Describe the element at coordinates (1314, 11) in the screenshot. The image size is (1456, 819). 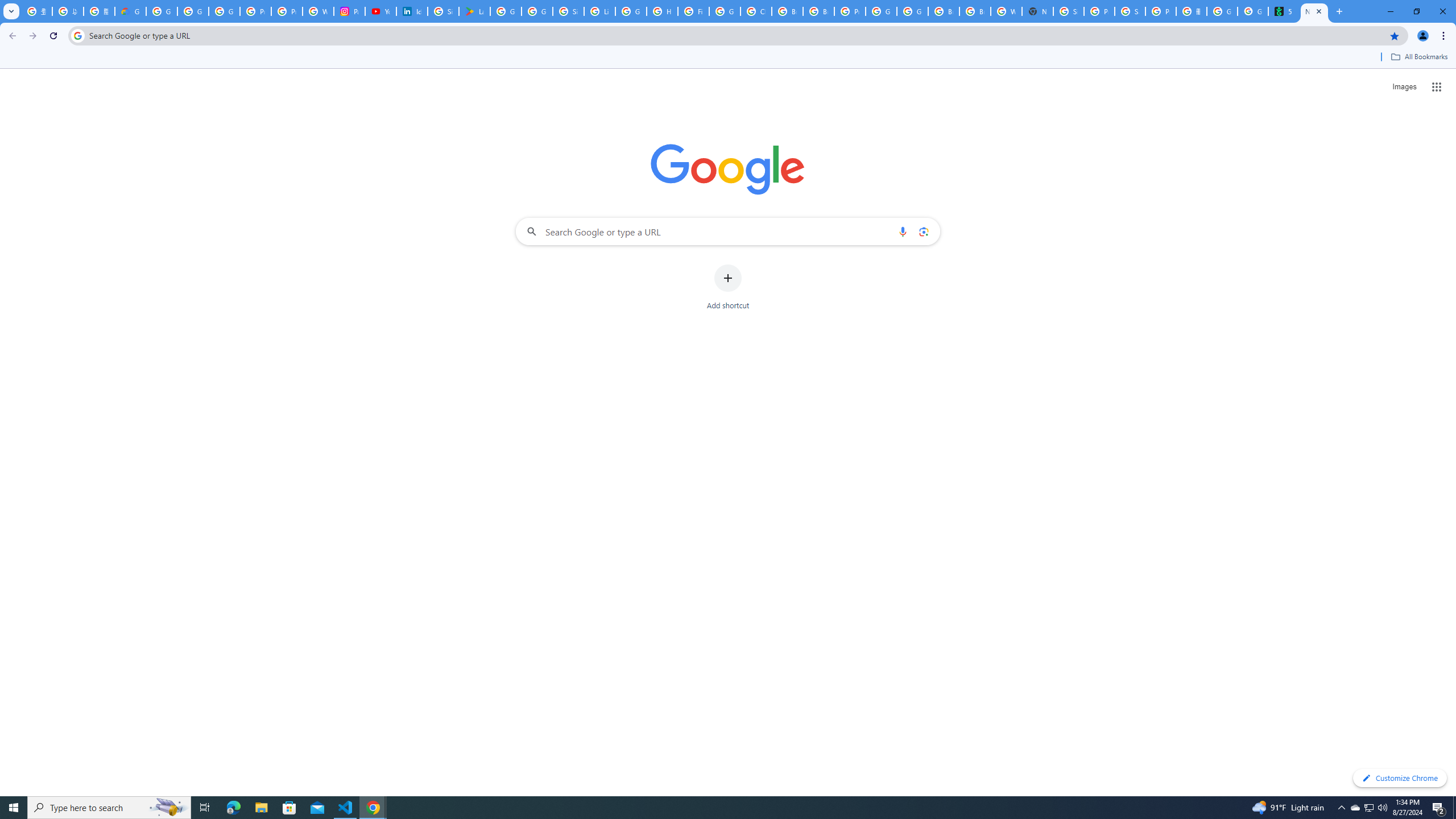
I see `'New Tab'` at that location.